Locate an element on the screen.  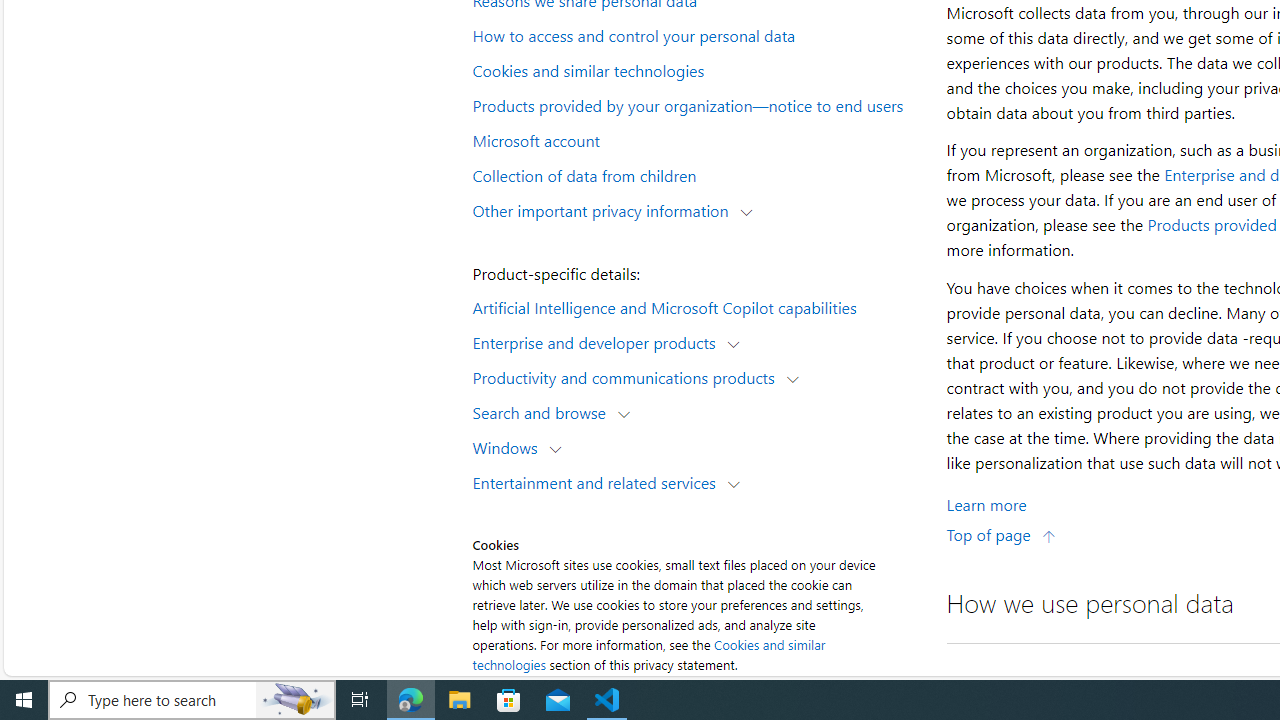
'How to access and control your personal data' is located at coordinates (696, 35).